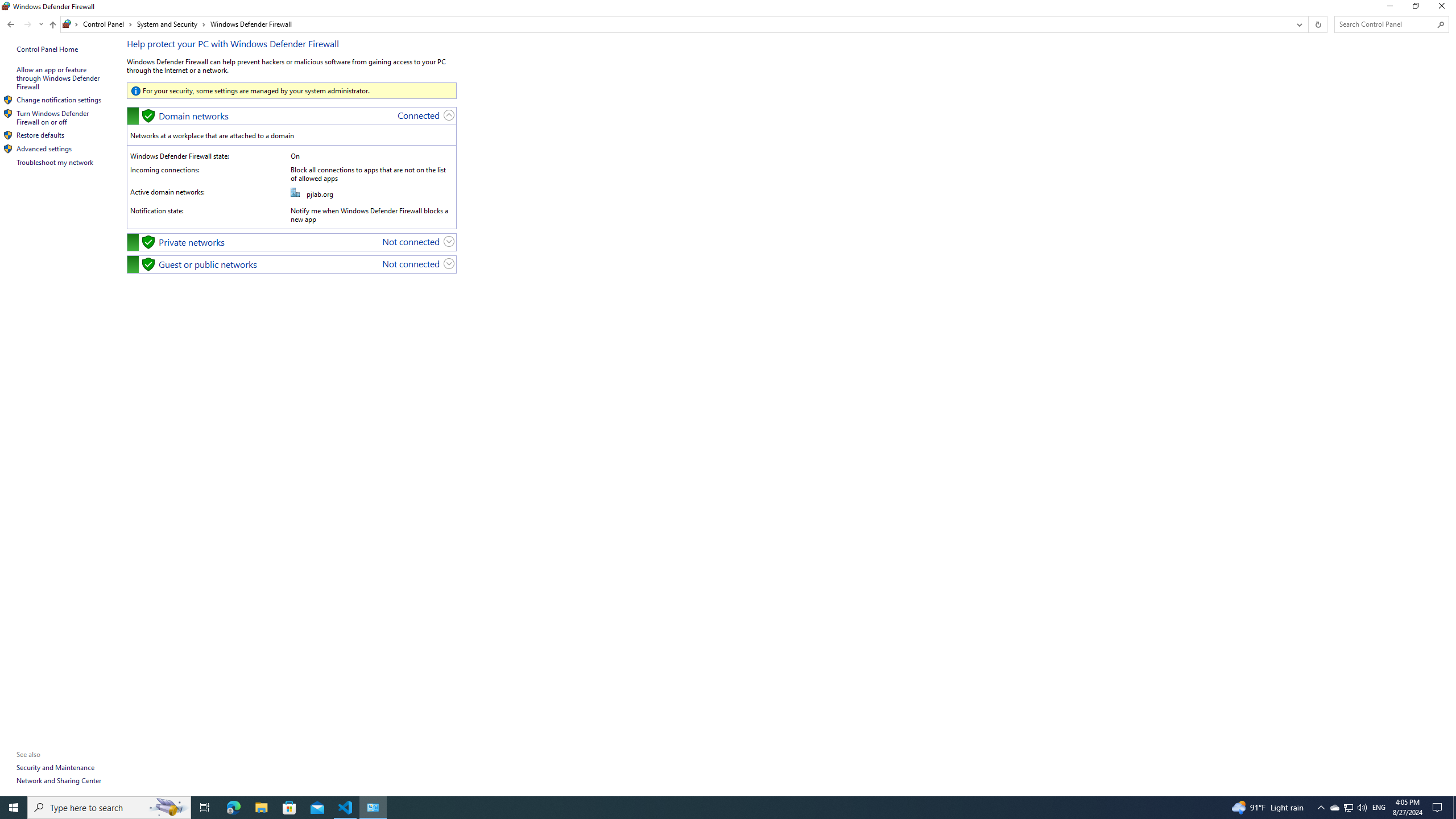 This screenshot has height=819, width=1456. I want to click on 'Change notification settings', so click(58, 100).